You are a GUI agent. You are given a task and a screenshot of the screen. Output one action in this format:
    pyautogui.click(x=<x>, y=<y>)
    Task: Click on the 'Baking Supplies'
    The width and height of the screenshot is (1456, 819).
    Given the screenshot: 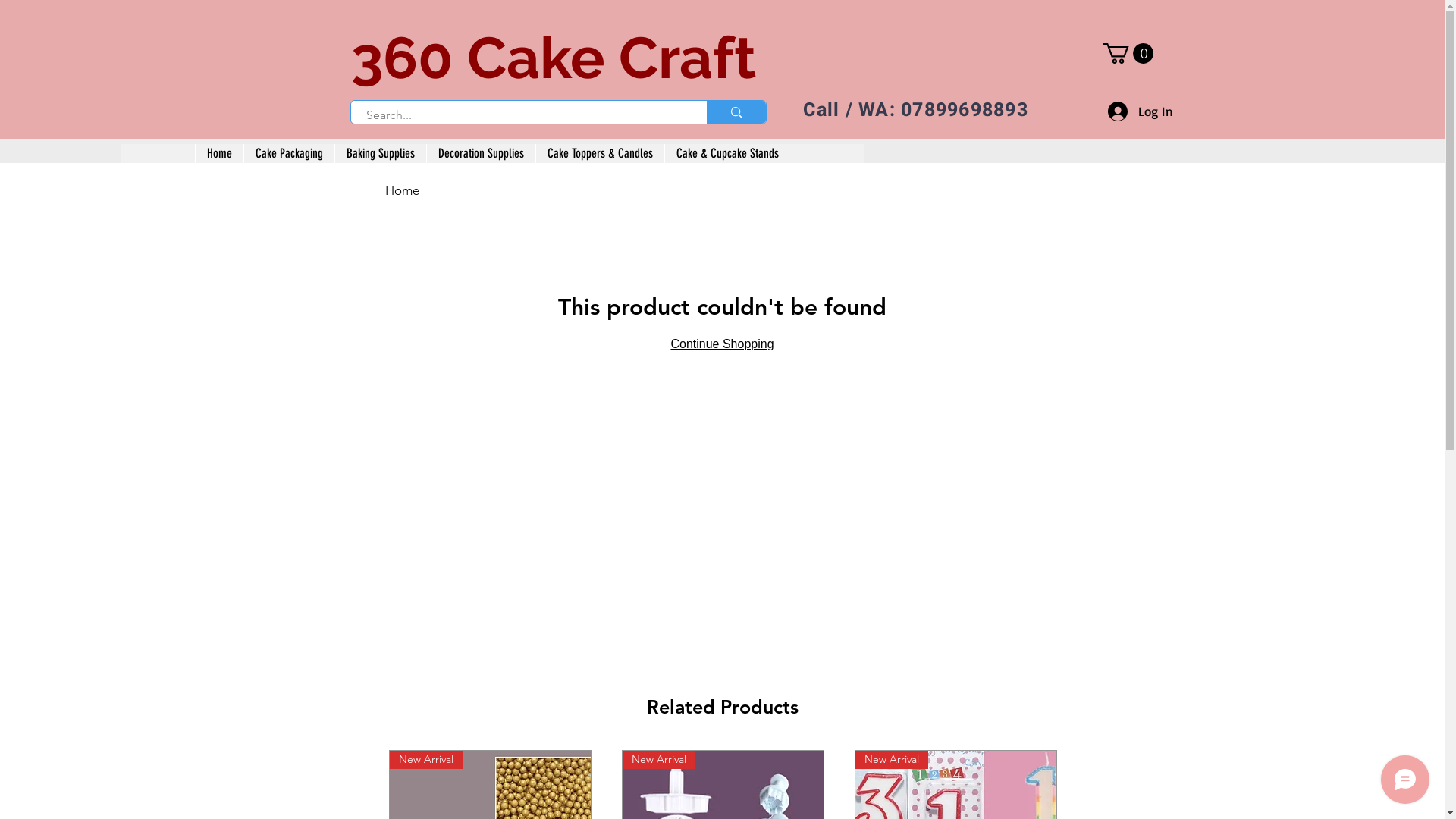 What is the action you would take?
    pyautogui.click(x=379, y=153)
    